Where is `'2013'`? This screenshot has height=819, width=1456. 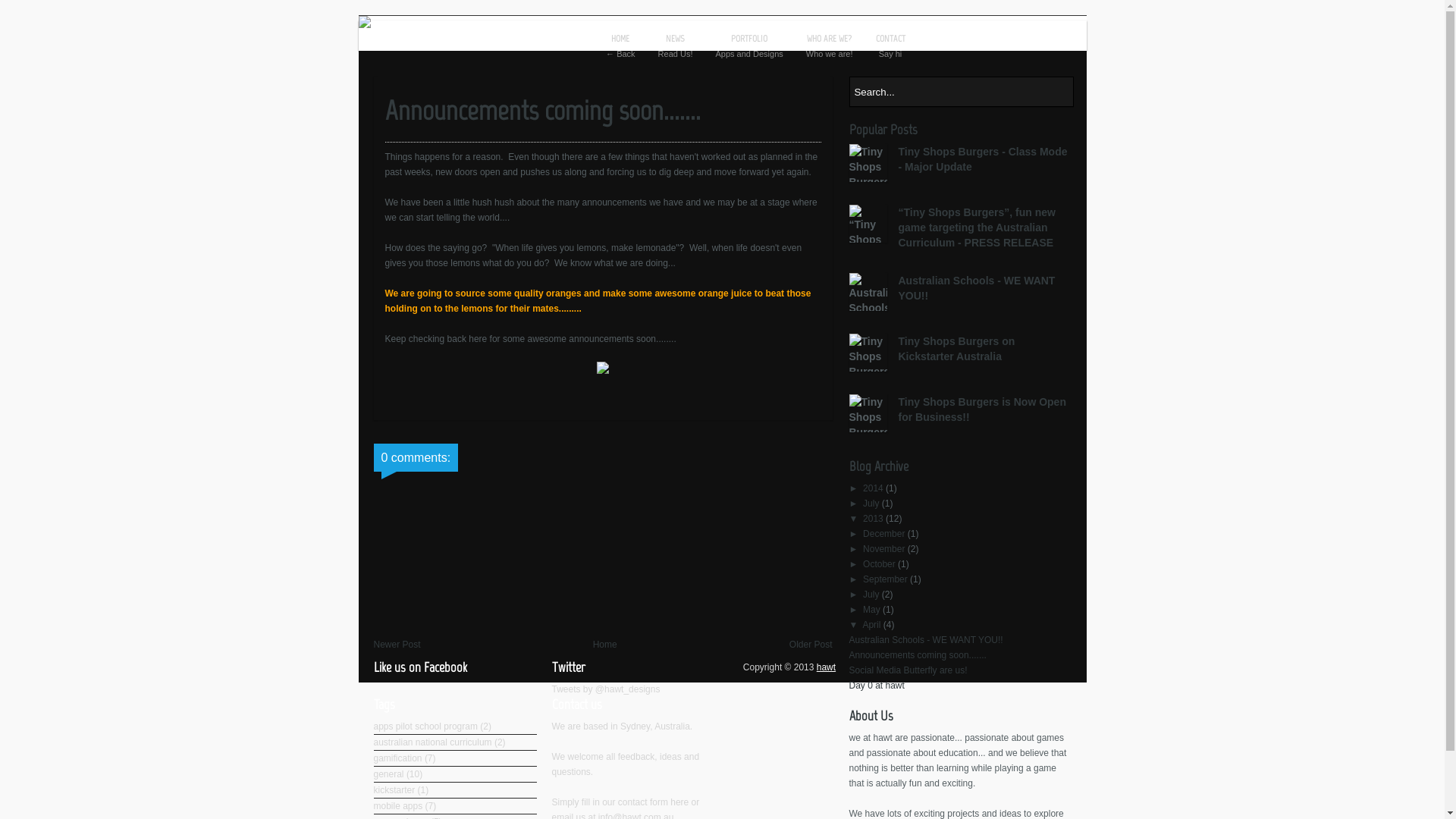 '2013' is located at coordinates (874, 517).